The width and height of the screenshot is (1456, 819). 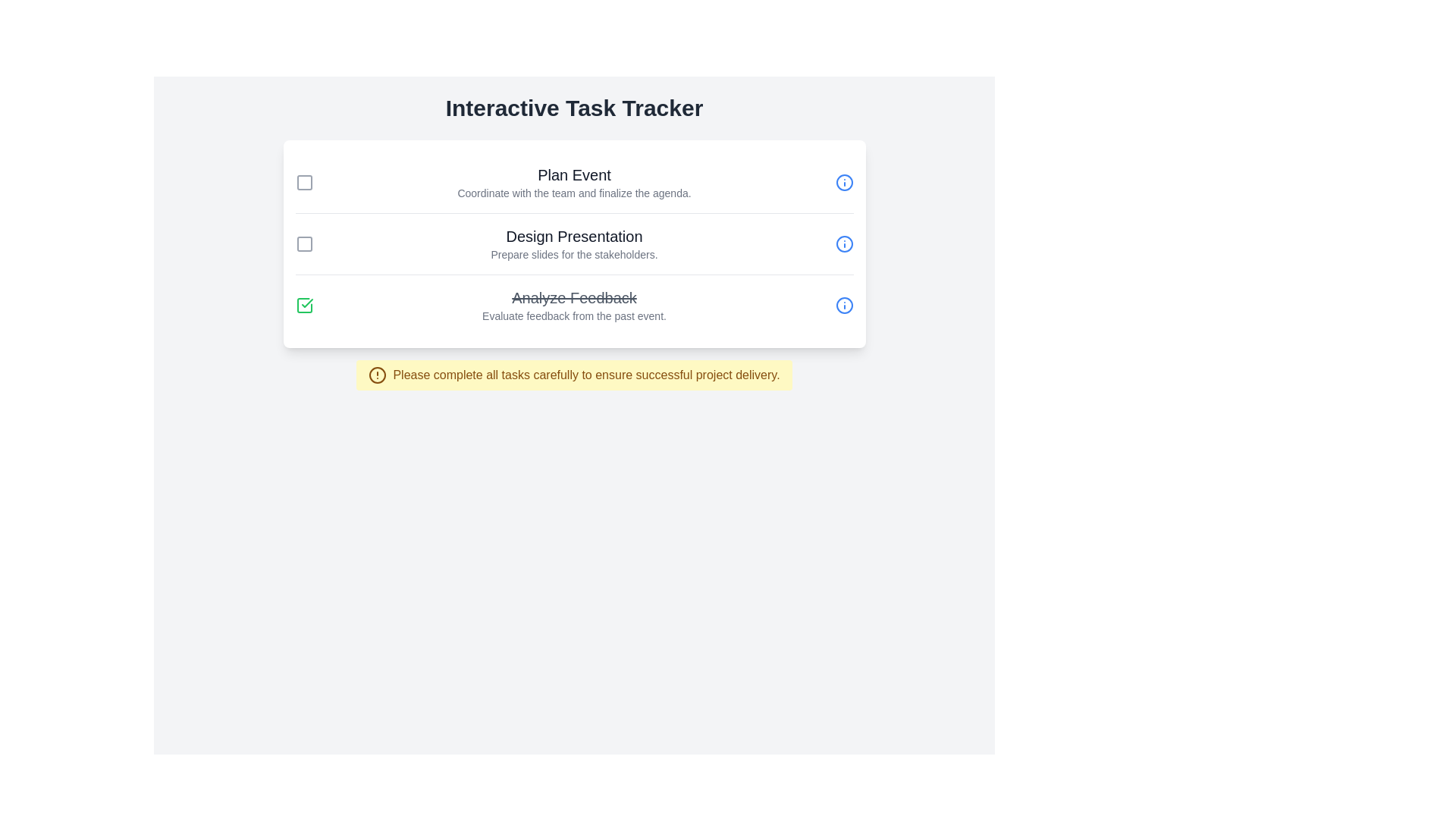 What do you see at coordinates (843, 181) in the screenshot?
I see `the info icon for the task titled 'Plan Event' to view its details` at bounding box center [843, 181].